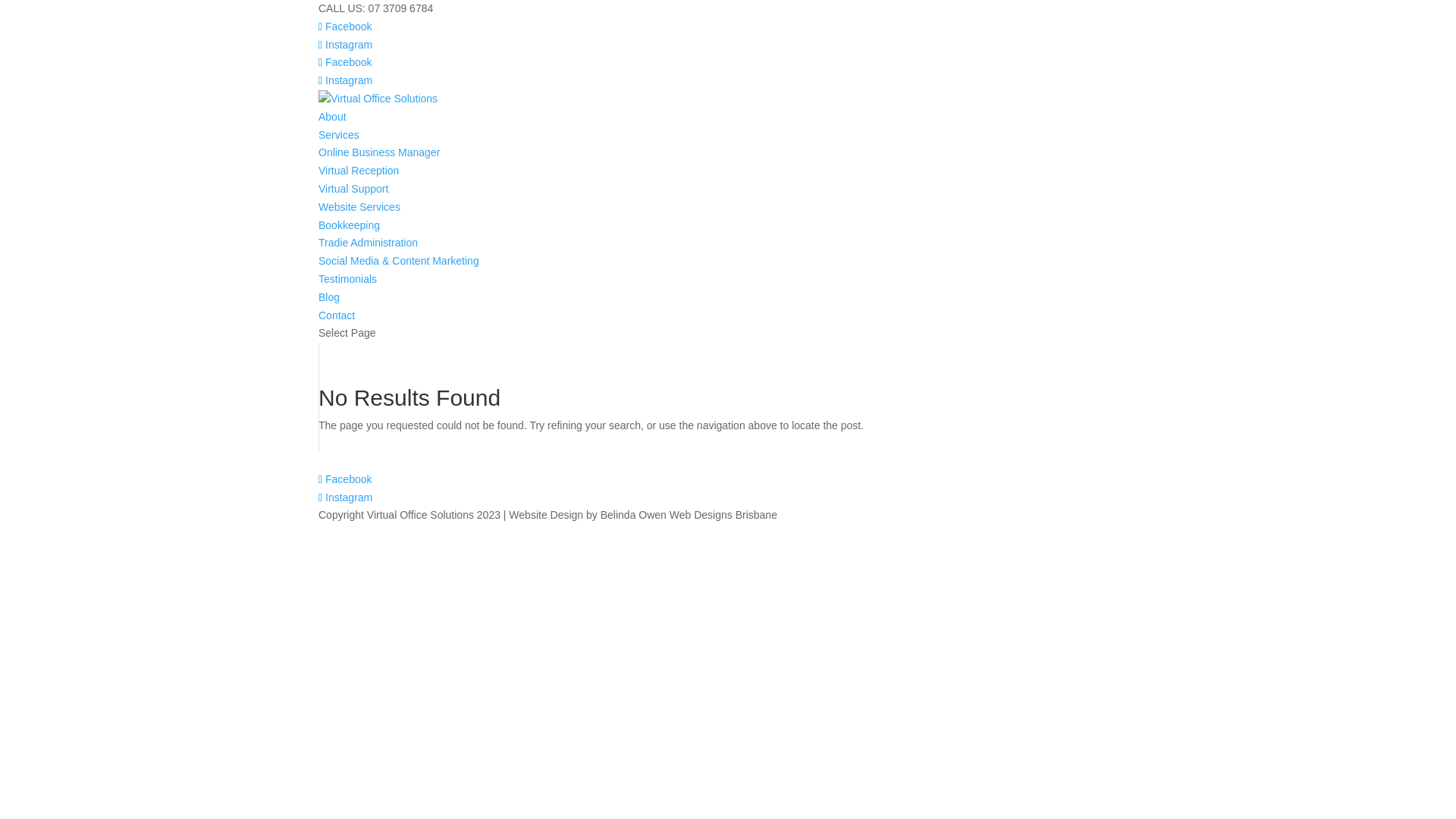 This screenshot has height=819, width=1456. What do you see at coordinates (344, 43) in the screenshot?
I see `'Instagram'` at bounding box center [344, 43].